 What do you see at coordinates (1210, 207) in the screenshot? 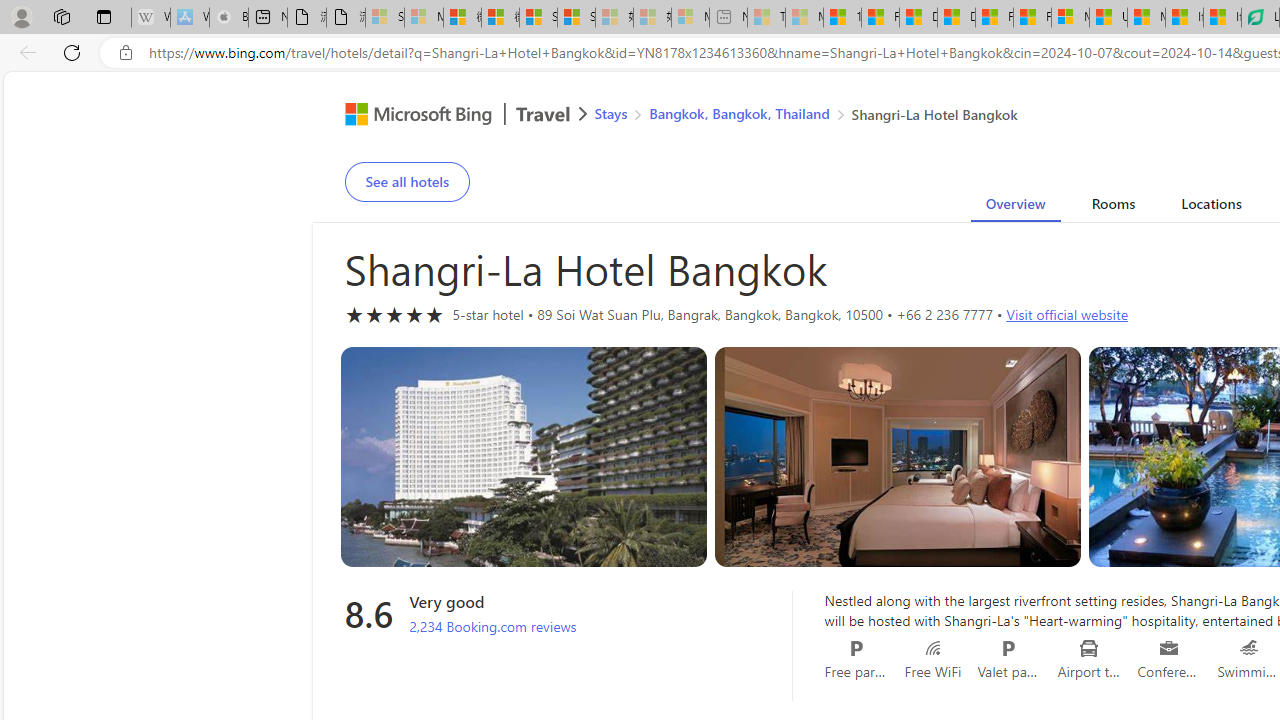
I see `'Locations'` at bounding box center [1210, 207].